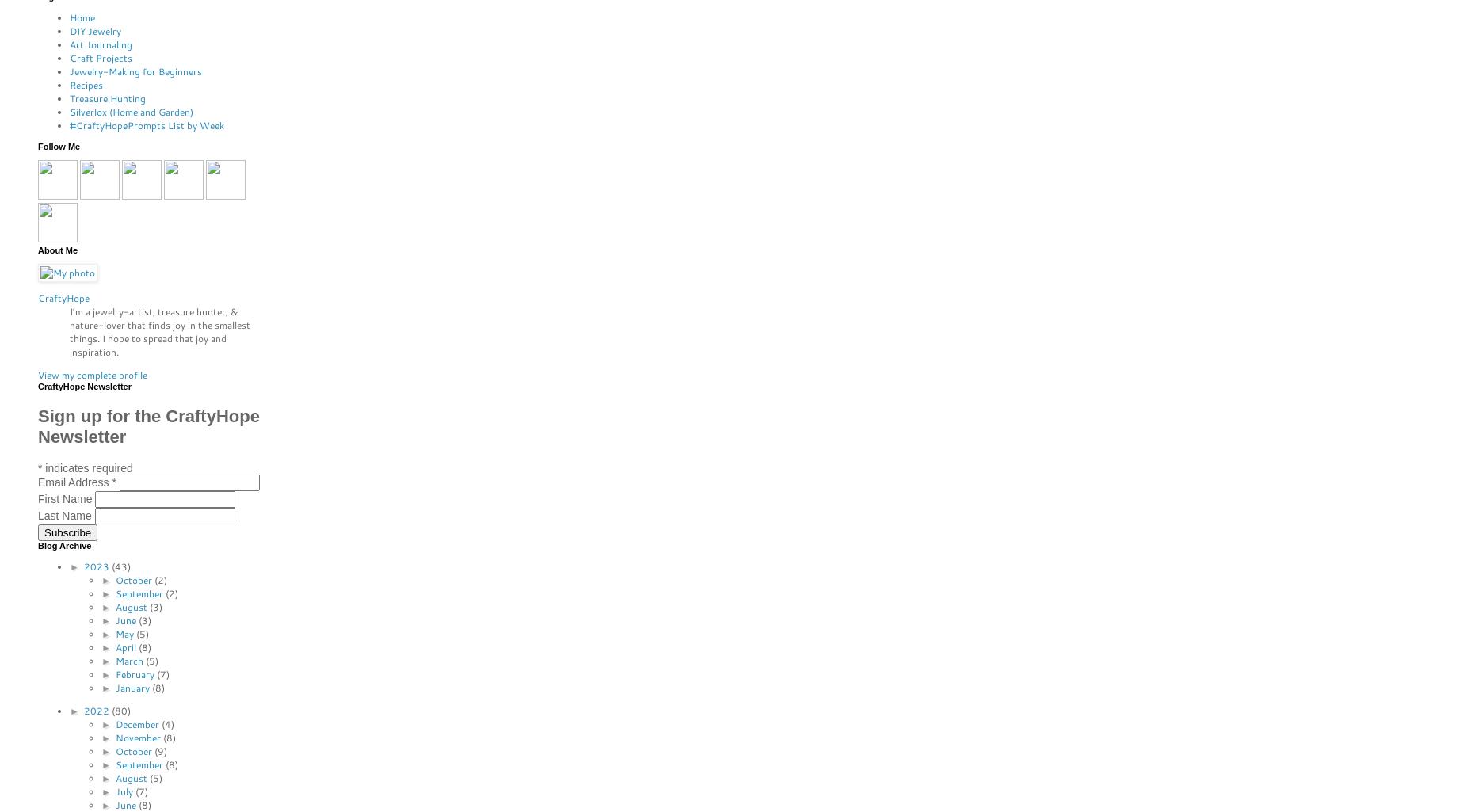 This screenshot has height=812, width=1472. I want to click on 'Treasure Hunting', so click(108, 98).